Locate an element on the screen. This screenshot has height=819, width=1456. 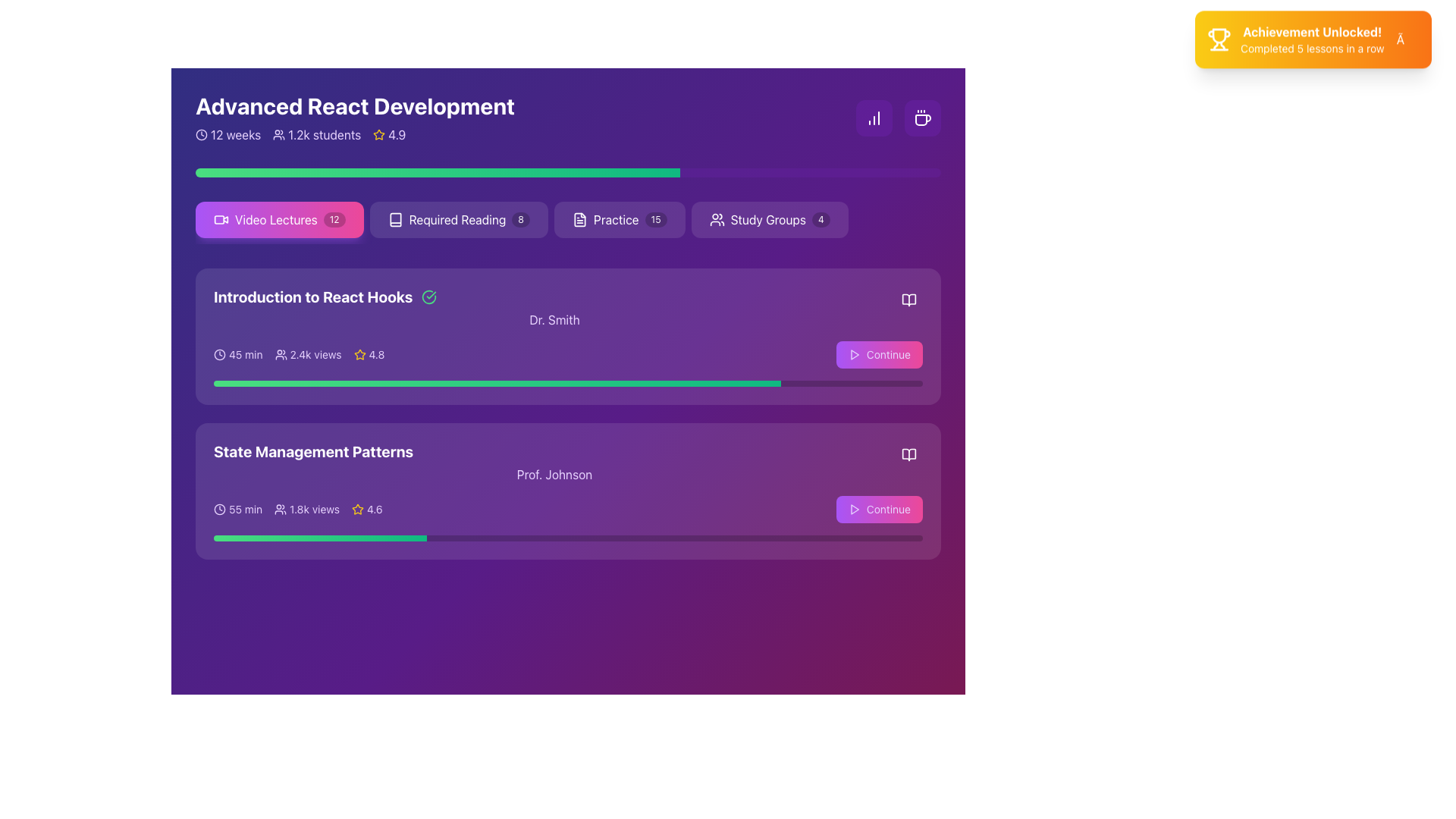
the small, rounded badge with a semi-transparent black background displaying the number '15', located to the far right of the 'Practice' button is located at coordinates (656, 219).